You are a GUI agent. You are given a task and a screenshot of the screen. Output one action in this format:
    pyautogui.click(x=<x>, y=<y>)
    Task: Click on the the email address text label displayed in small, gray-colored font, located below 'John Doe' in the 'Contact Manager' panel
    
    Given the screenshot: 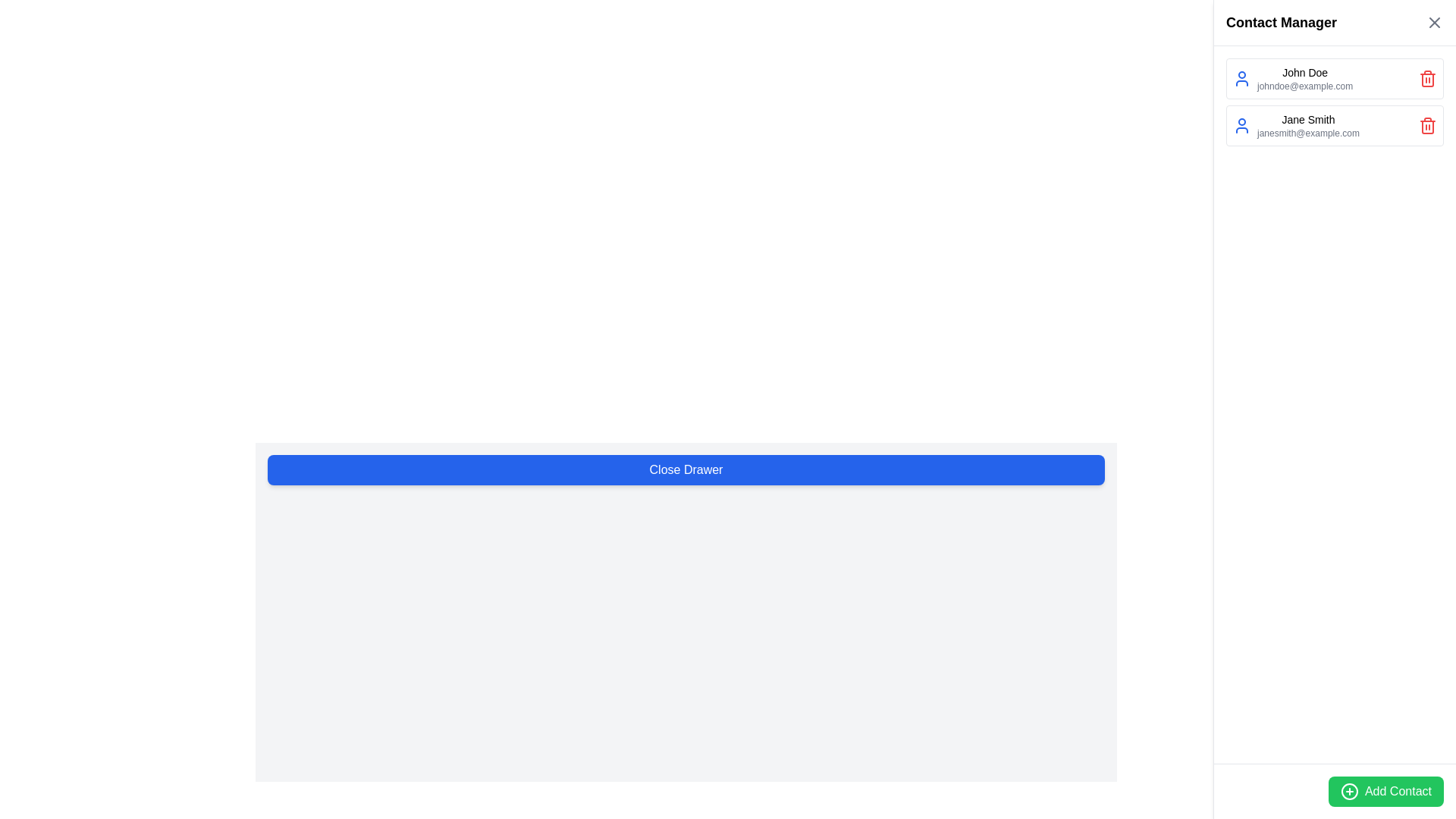 What is the action you would take?
    pyautogui.click(x=1304, y=86)
    